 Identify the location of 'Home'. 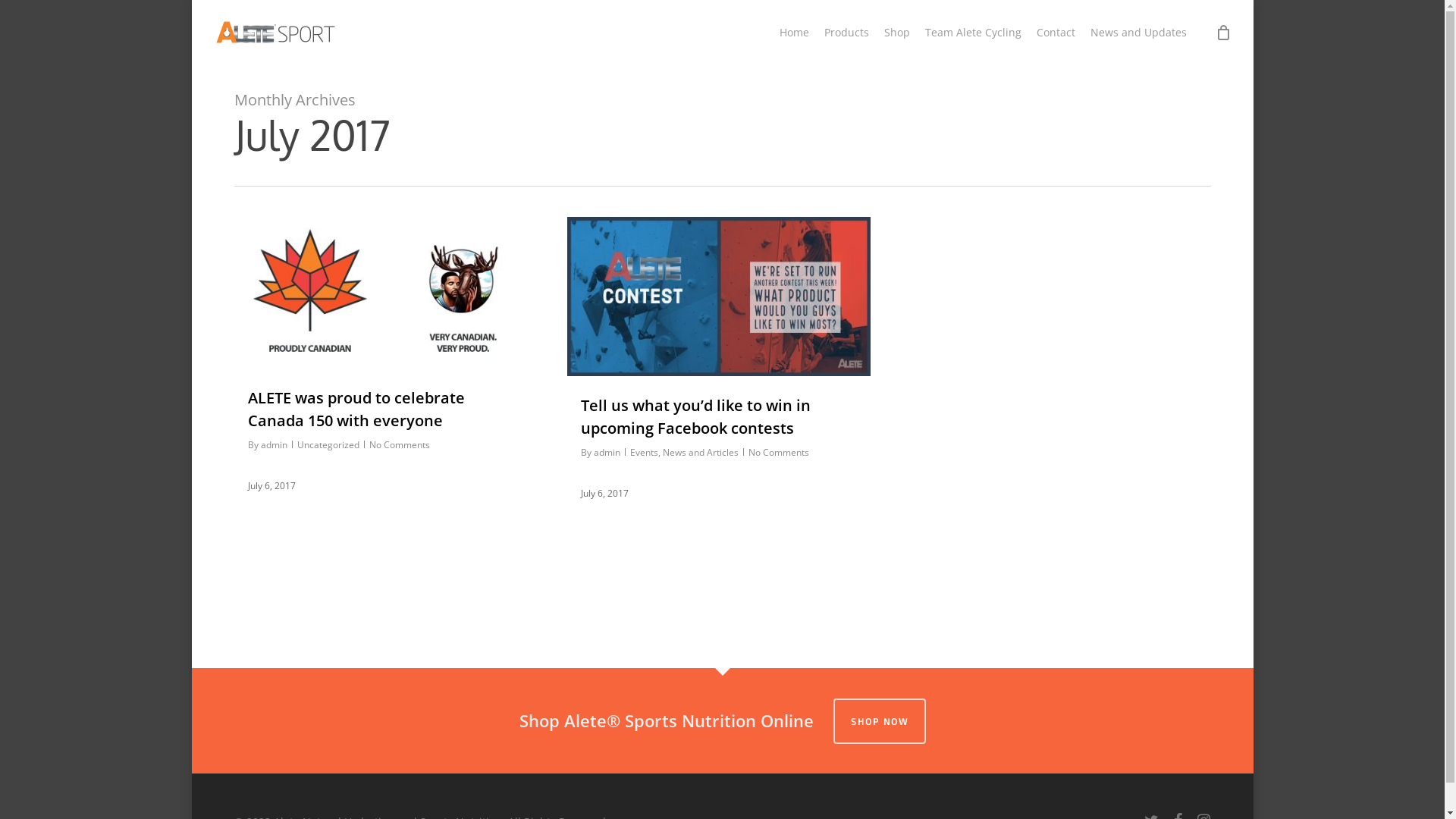
(793, 32).